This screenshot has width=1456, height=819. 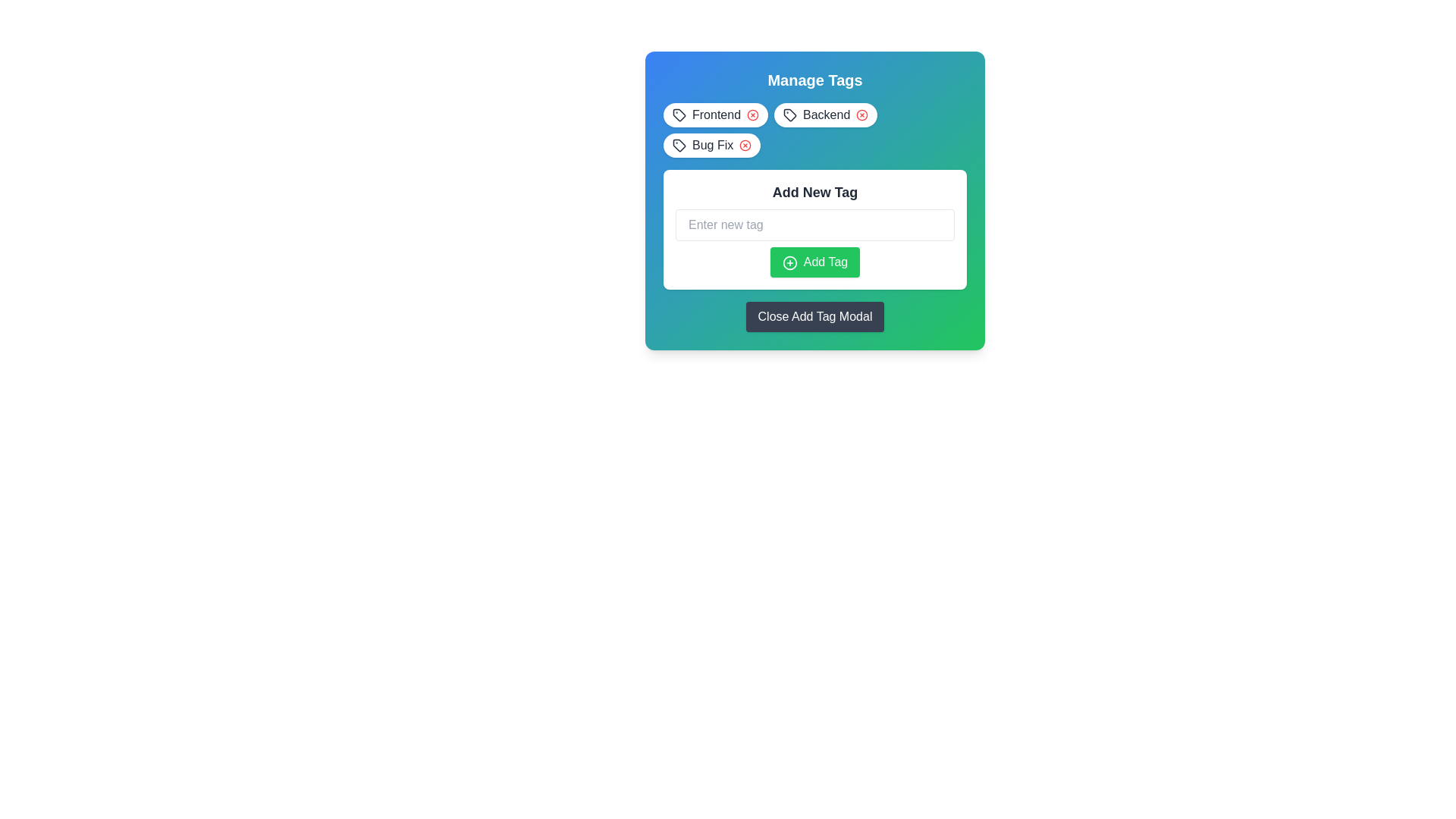 What do you see at coordinates (711, 146) in the screenshot?
I see `the 'Bug Fix' tag in the 'Manage Tags' modal` at bounding box center [711, 146].